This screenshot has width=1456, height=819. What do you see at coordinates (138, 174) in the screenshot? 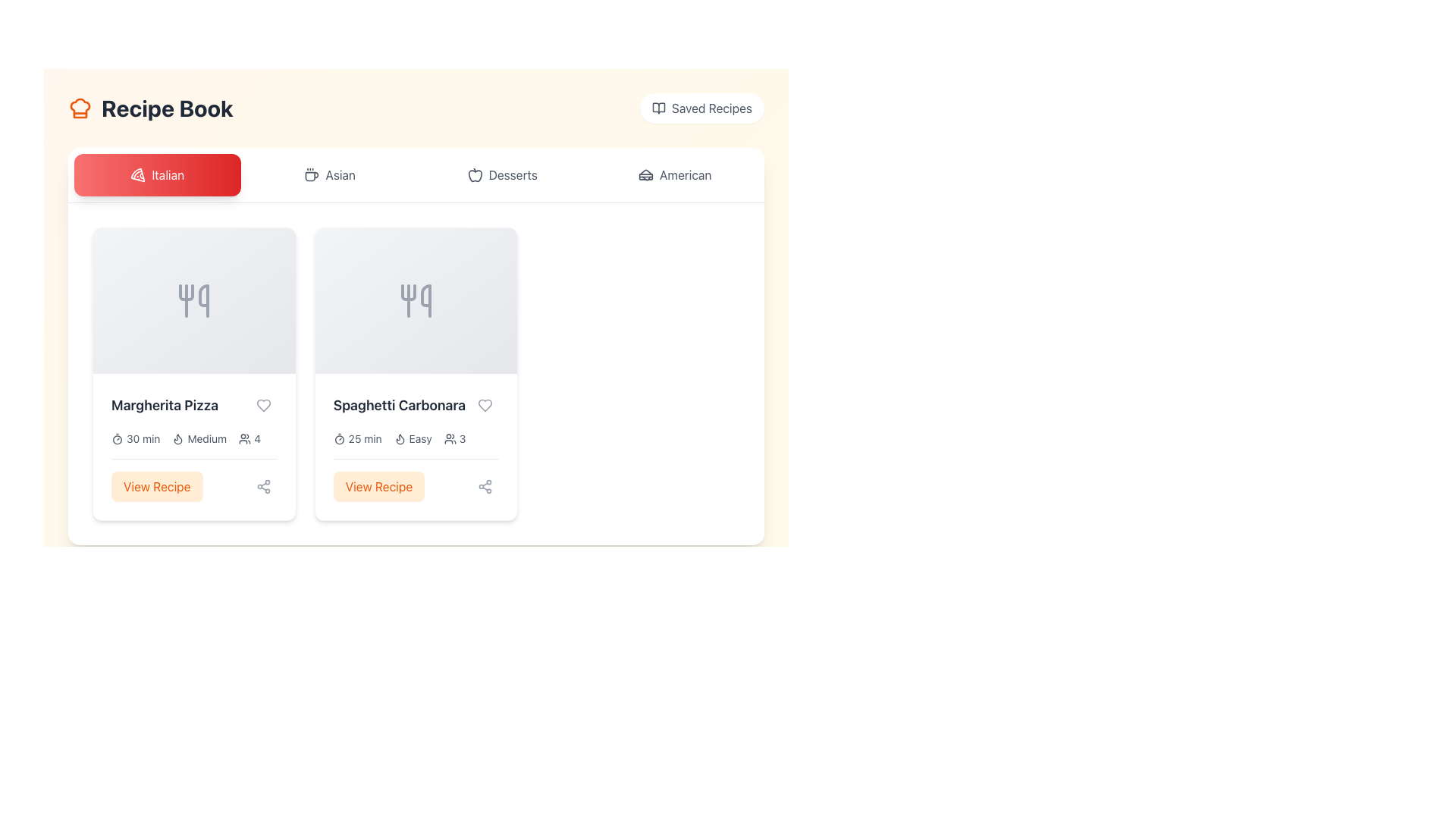
I see `the stylized pizza slice icon located in the top-left segment of the navigation bar, next to the 'Italian' tab` at bounding box center [138, 174].